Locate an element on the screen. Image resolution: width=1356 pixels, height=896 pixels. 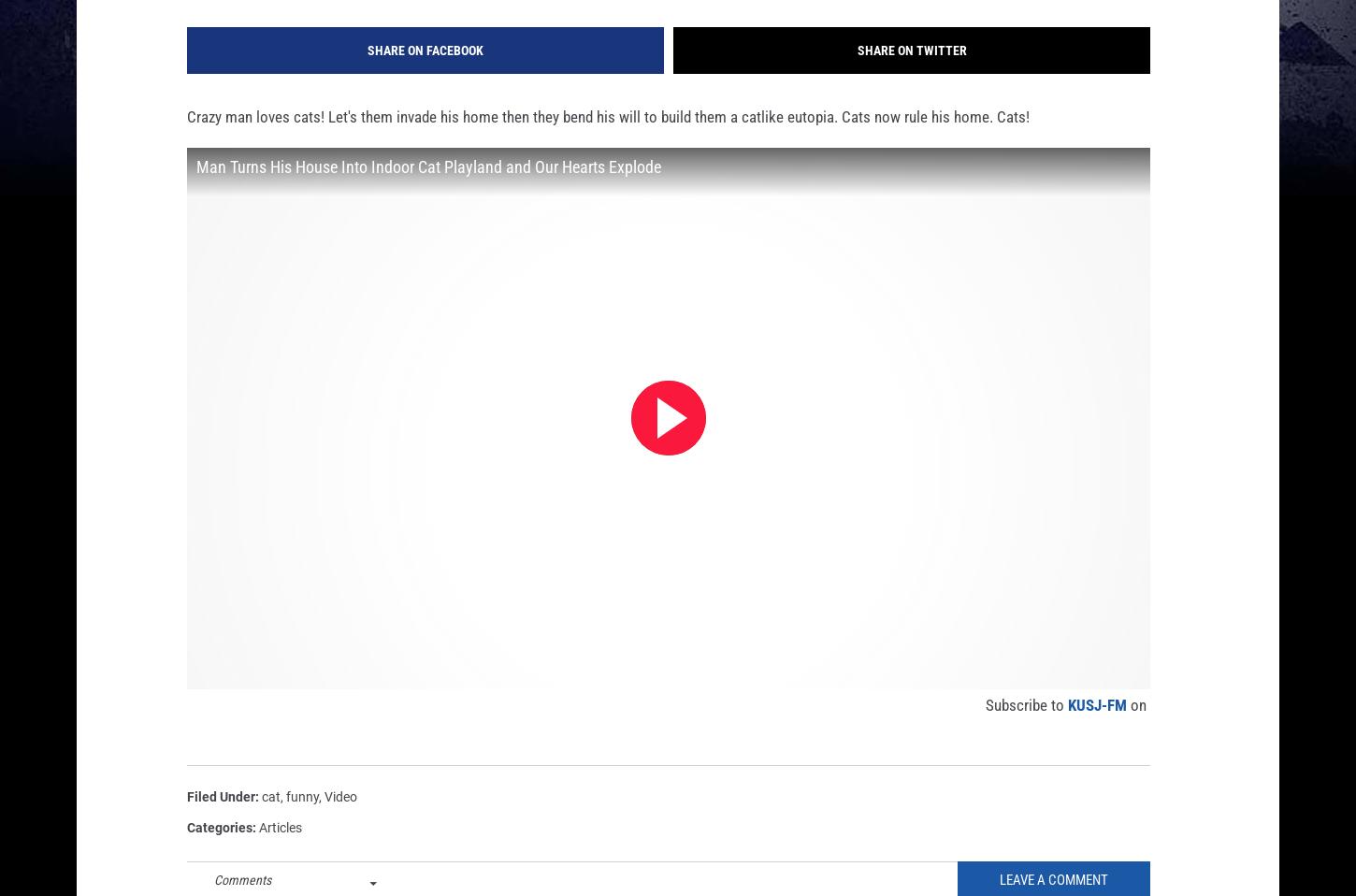
'Articles' is located at coordinates (281, 857).